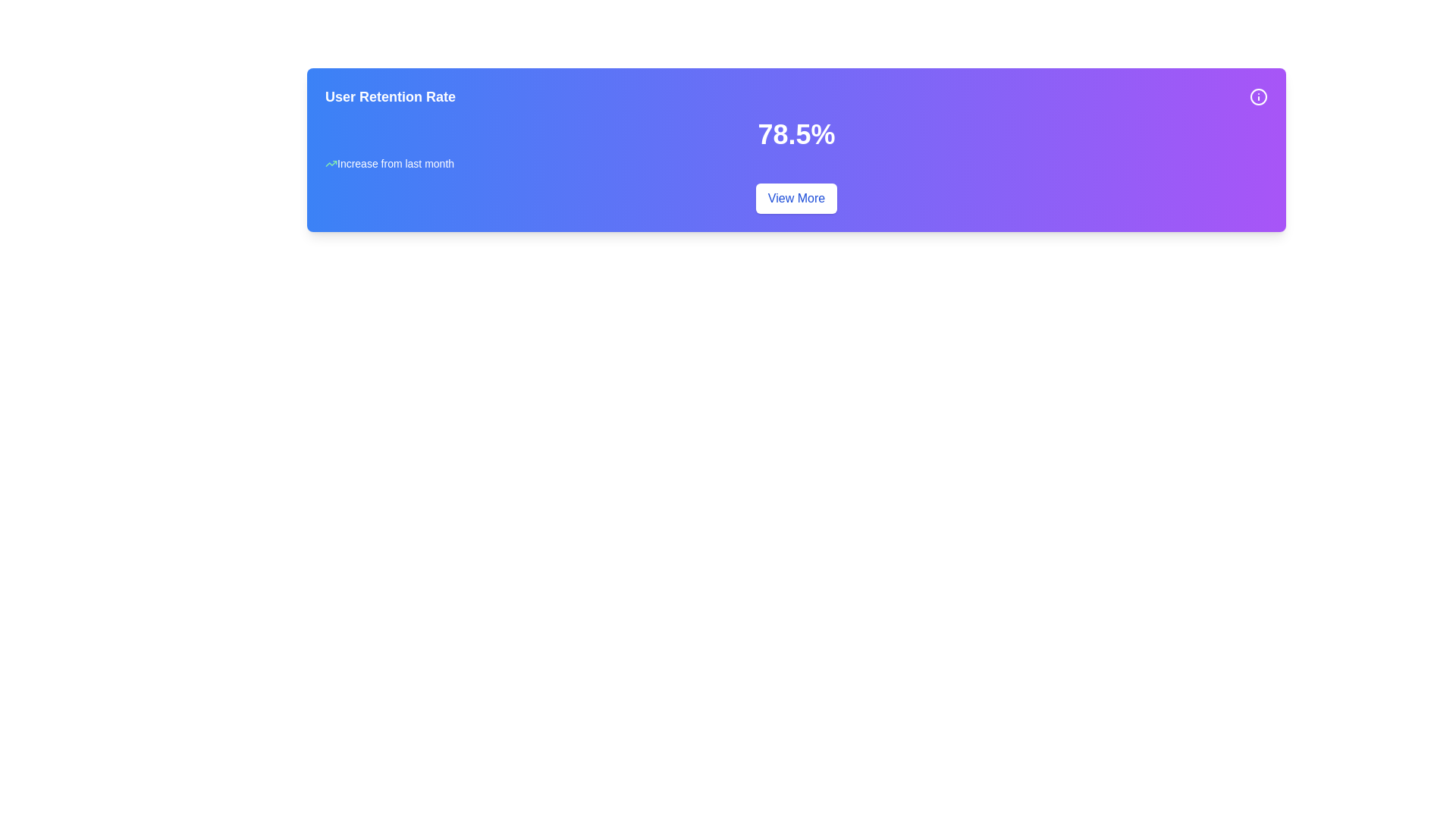  What do you see at coordinates (795, 146) in the screenshot?
I see `the text-based informational UI component that displays the user retention rate of '78.5%' with a note 'Increase from last month'` at bounding box center [795, 146].